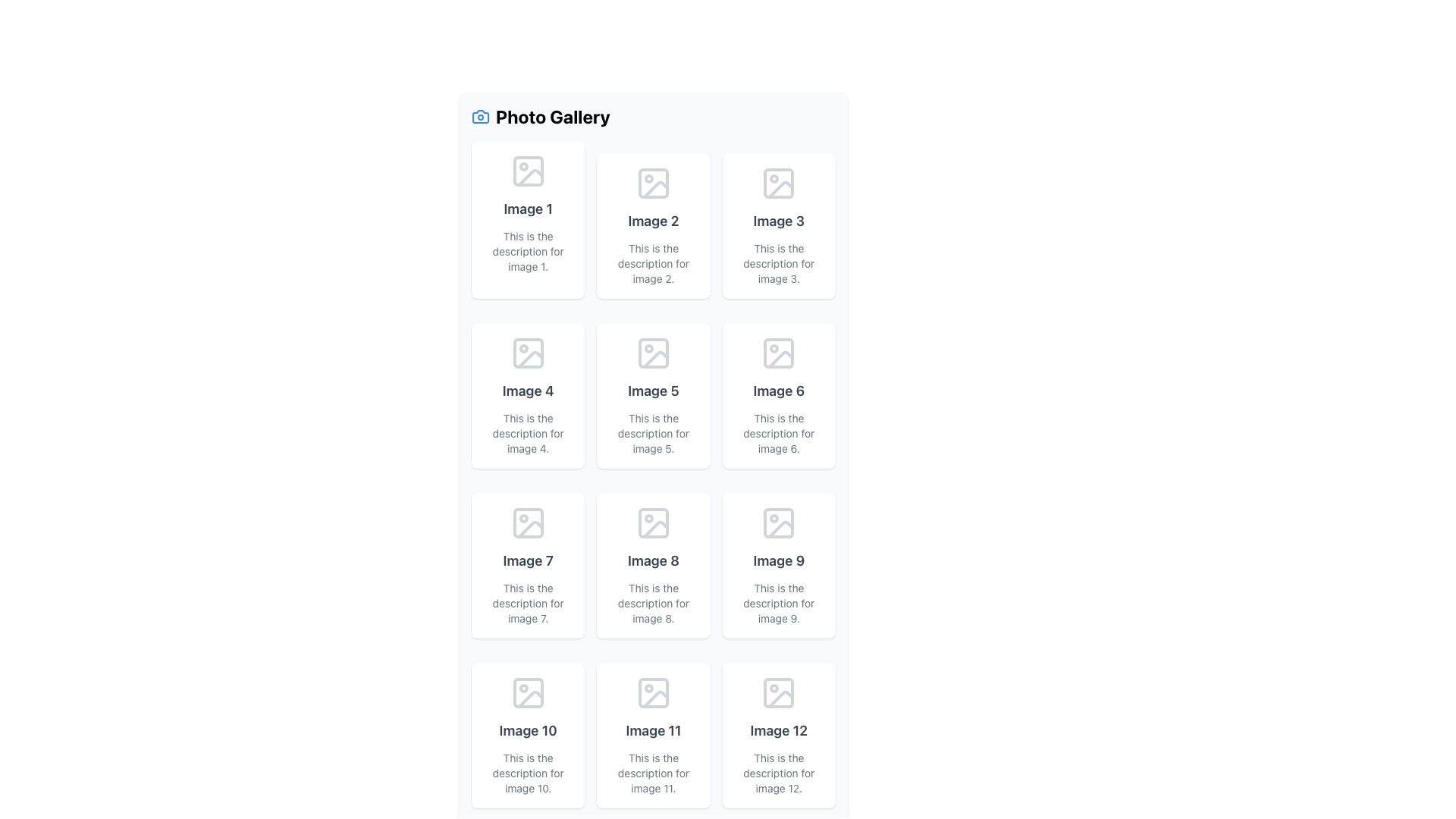  What do you see at coordinates (654, 262) in the screenshot?
I see `the descriptive text label located below the title 'Image 2' in the second column of the first row in the photo gallery` at bounding box center [654, 262].